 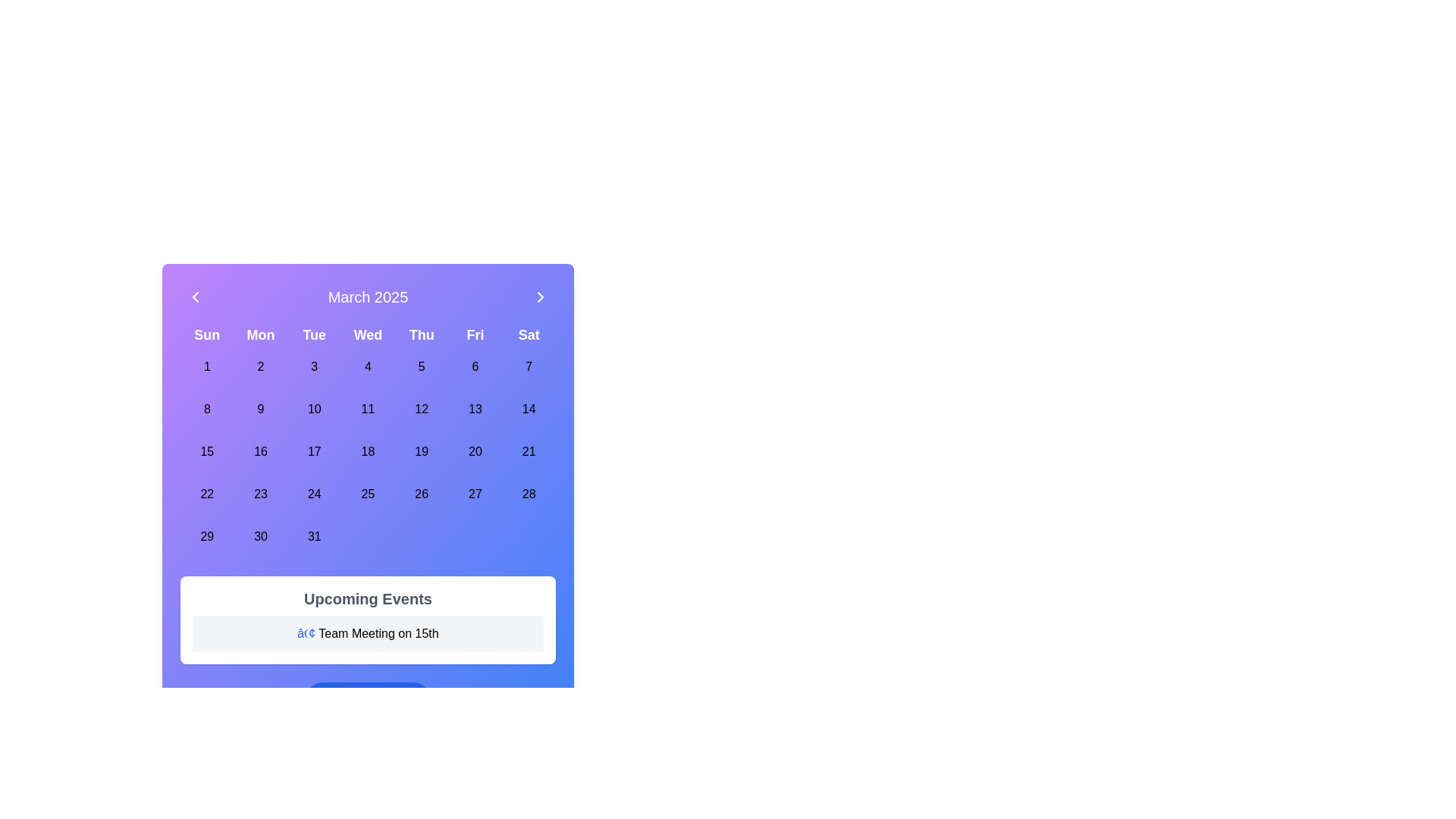 I want to click on the circular button displaying the text '6' in the calendar grid under the 'Fri' column to trigger its background and text styling effects, so click(x=474, y=366).